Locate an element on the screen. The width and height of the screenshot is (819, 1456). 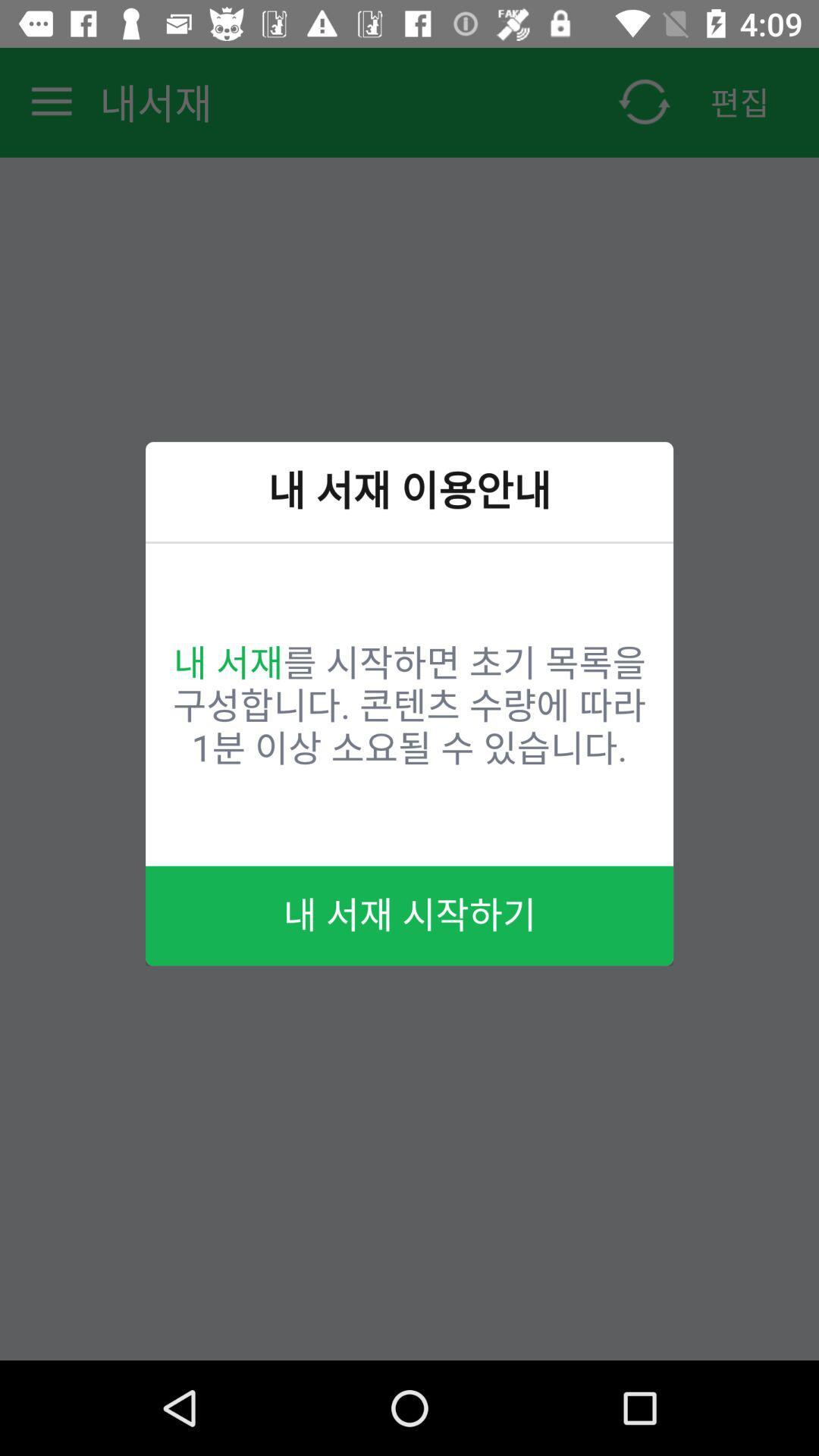
the refresh icon is located at coordinates (644, 101).